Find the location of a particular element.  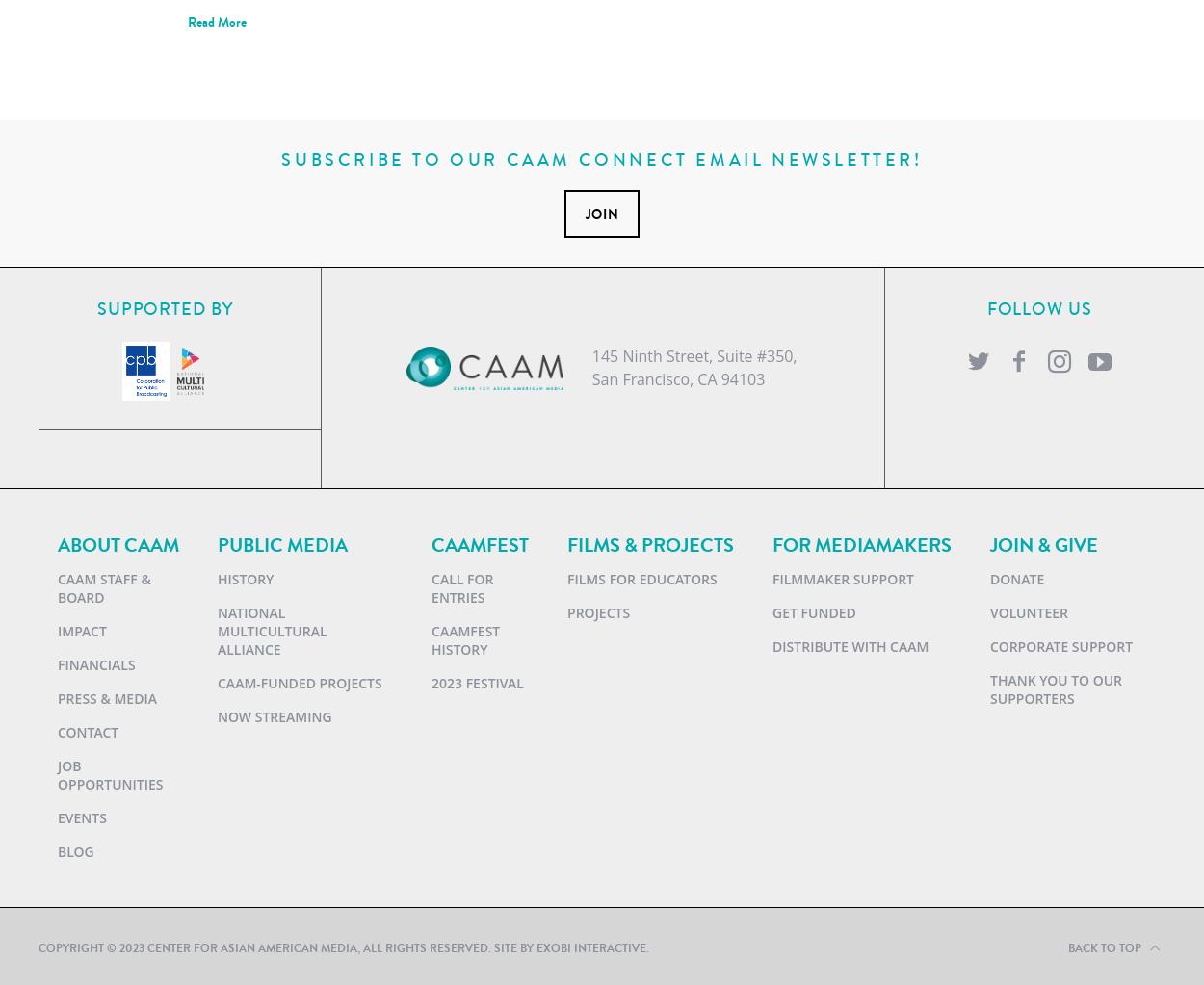

'Follow Us' is located at coordinates (986, 309).